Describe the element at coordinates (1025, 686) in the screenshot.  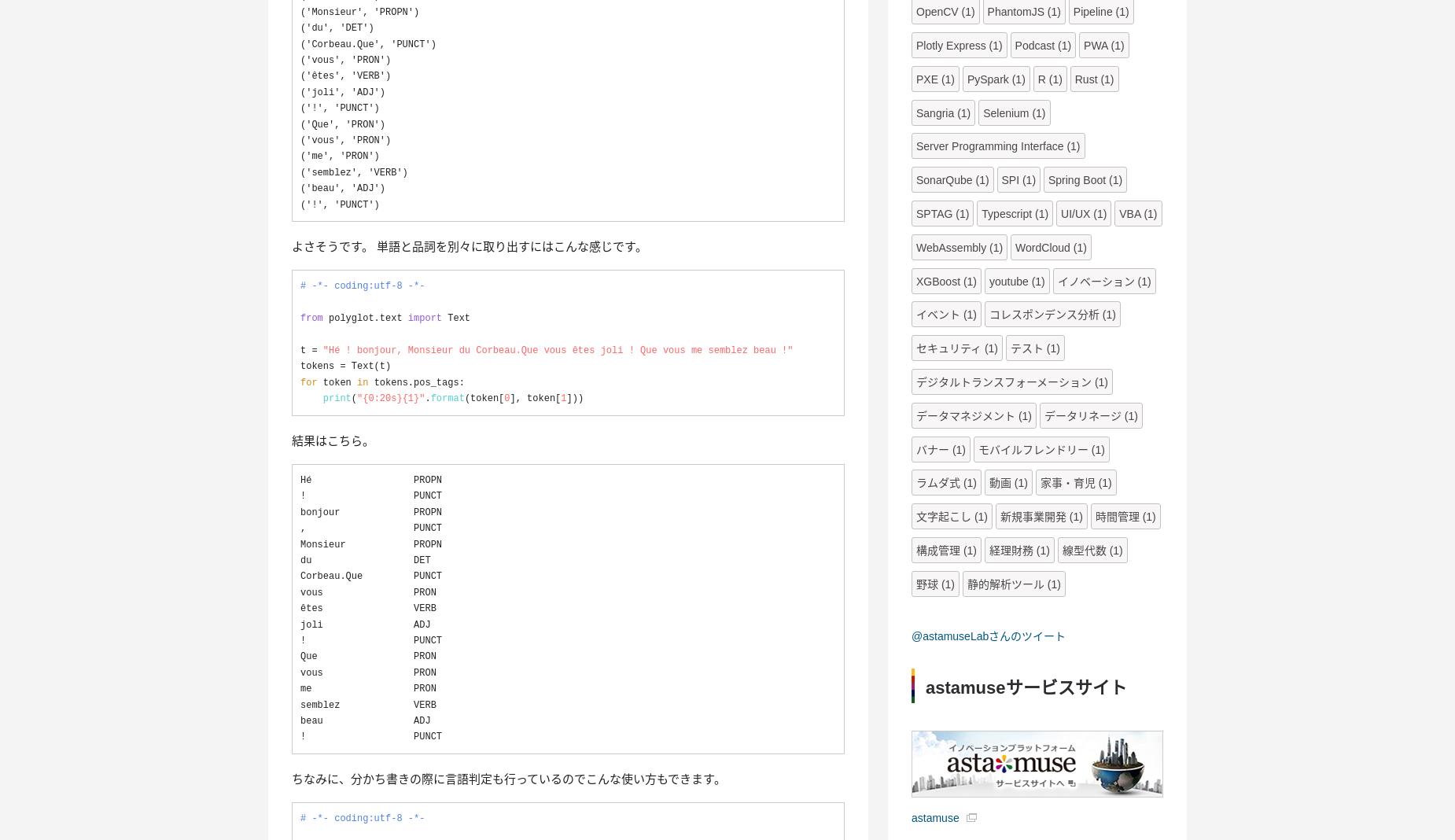
I see `'astamuseサービスサイト'` at that location.